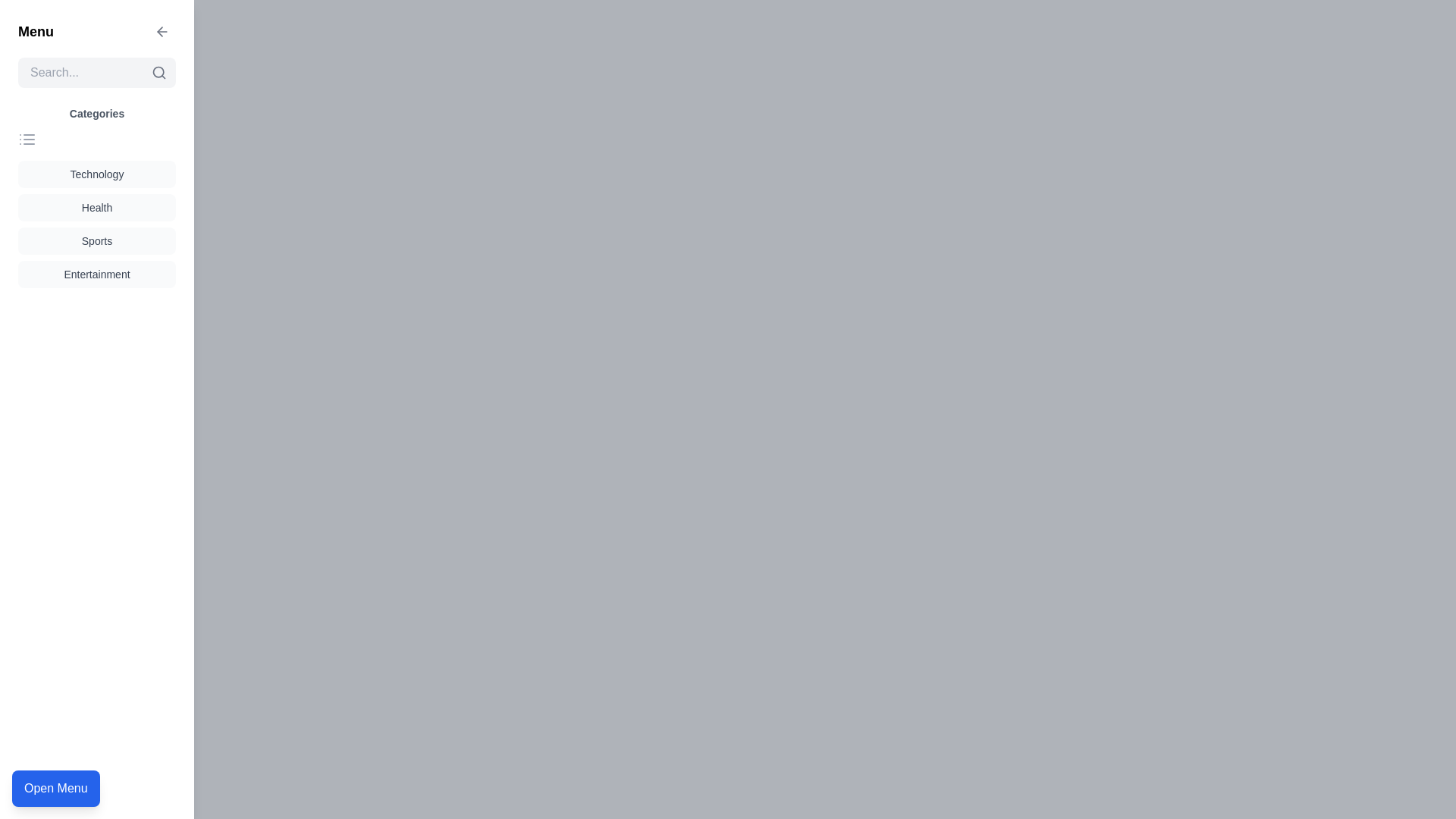 The width and height of the screenshot is (1456, 819). What do you see at coordinates (160, 32) in the screenshot?
I see `the back button icon located in the top-right corner of the visible menu panel, near the search bar` at bounding box center [160, 32].